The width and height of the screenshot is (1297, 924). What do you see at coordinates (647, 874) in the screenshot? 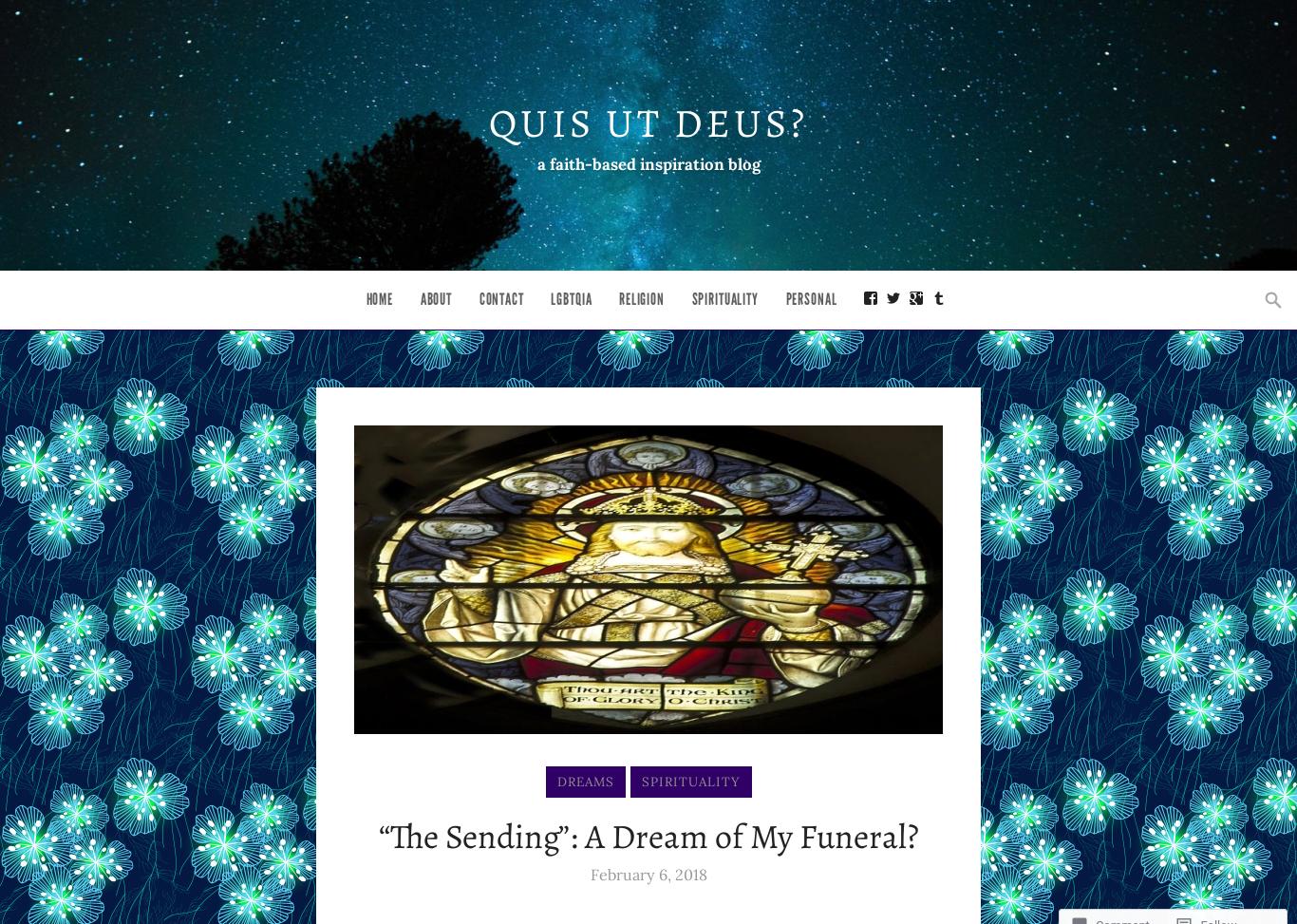
I see `'February 6, 2018'` at bounding box center [647, 874].